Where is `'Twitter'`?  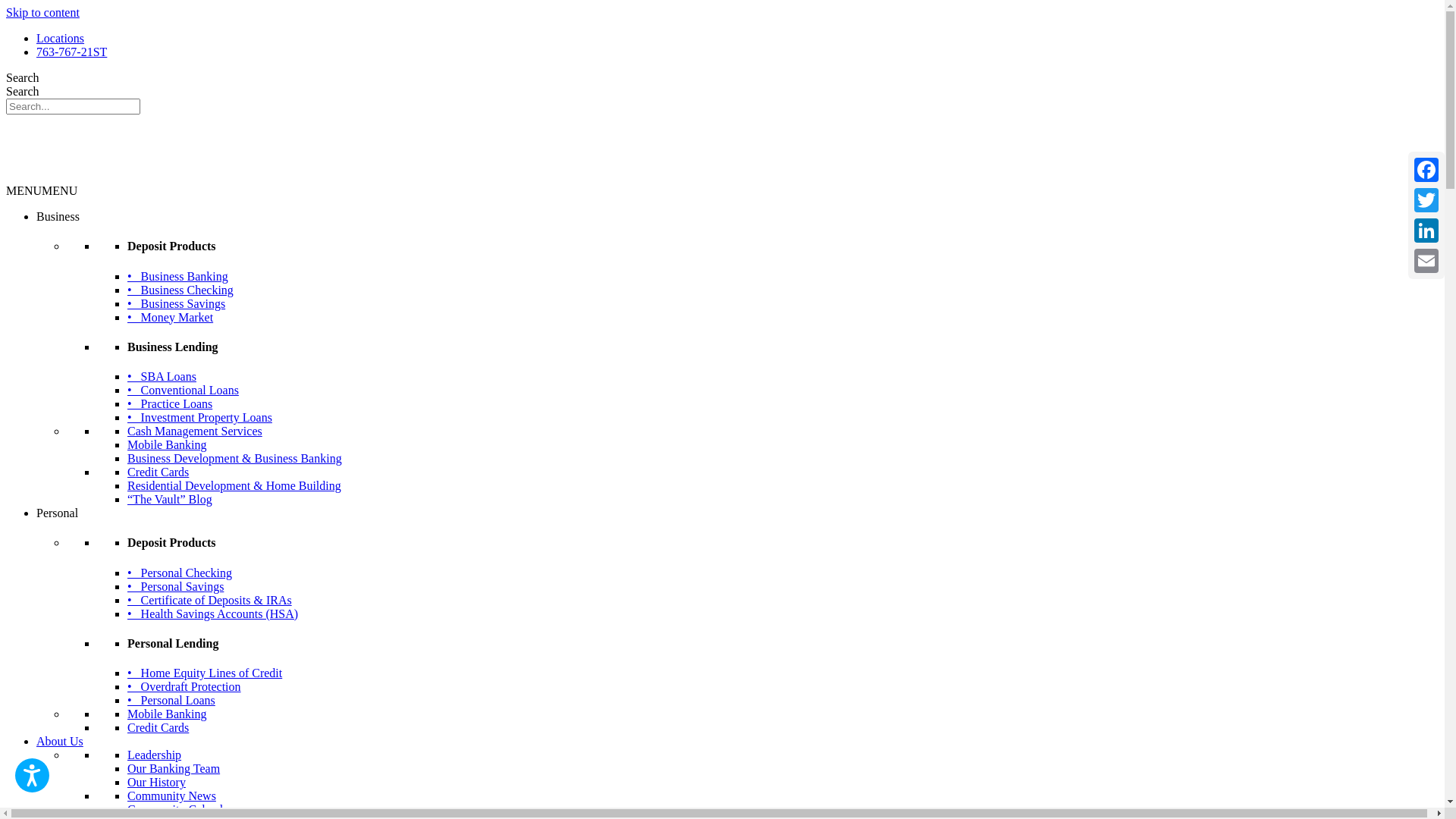 'Twitter' is located at coordinates (1426, 199).